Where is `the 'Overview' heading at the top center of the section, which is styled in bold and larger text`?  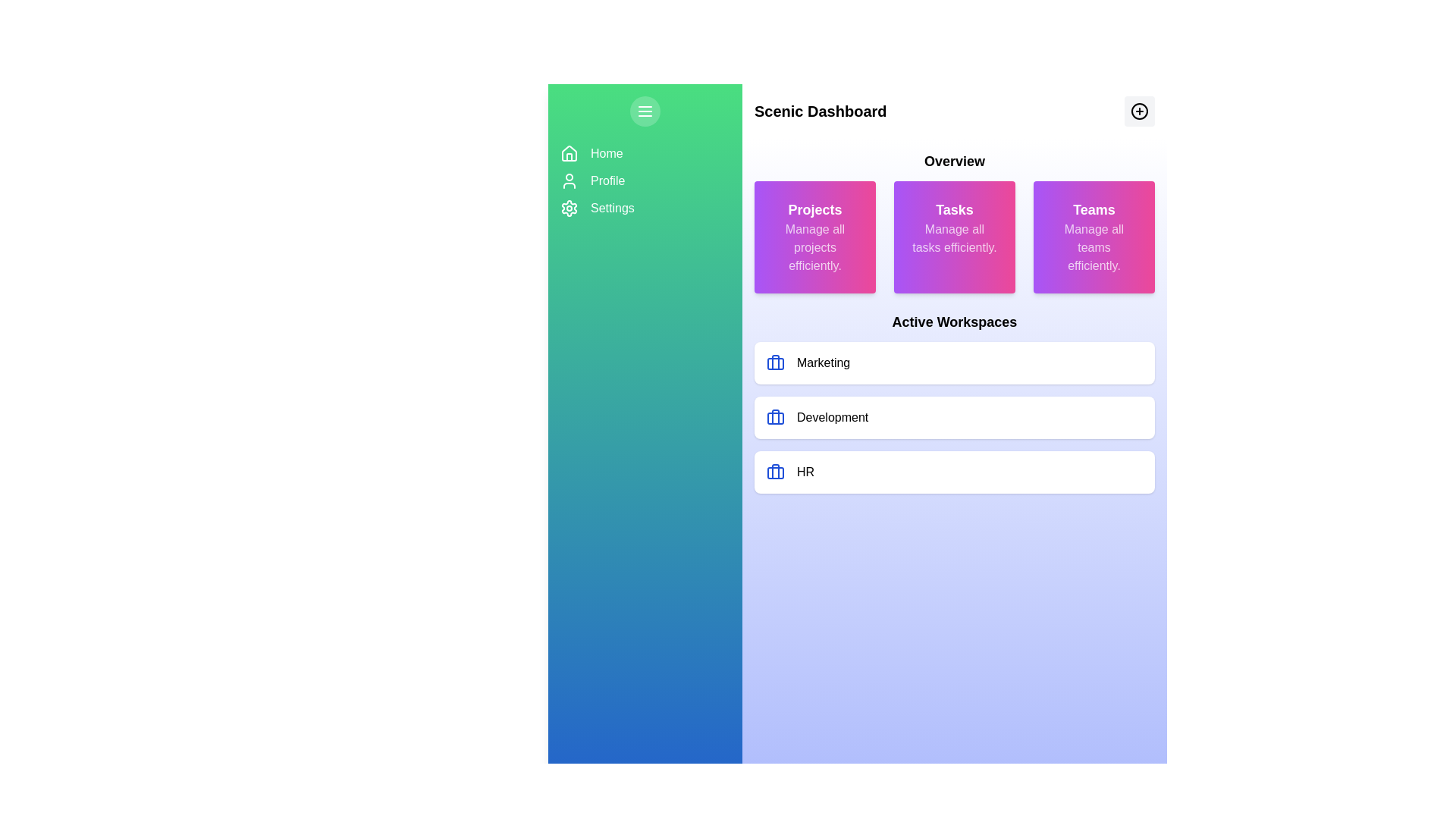 the 'Overview' heading at the top center of the section, which is styled in bold and larger text is located at coordinates (953, 161).